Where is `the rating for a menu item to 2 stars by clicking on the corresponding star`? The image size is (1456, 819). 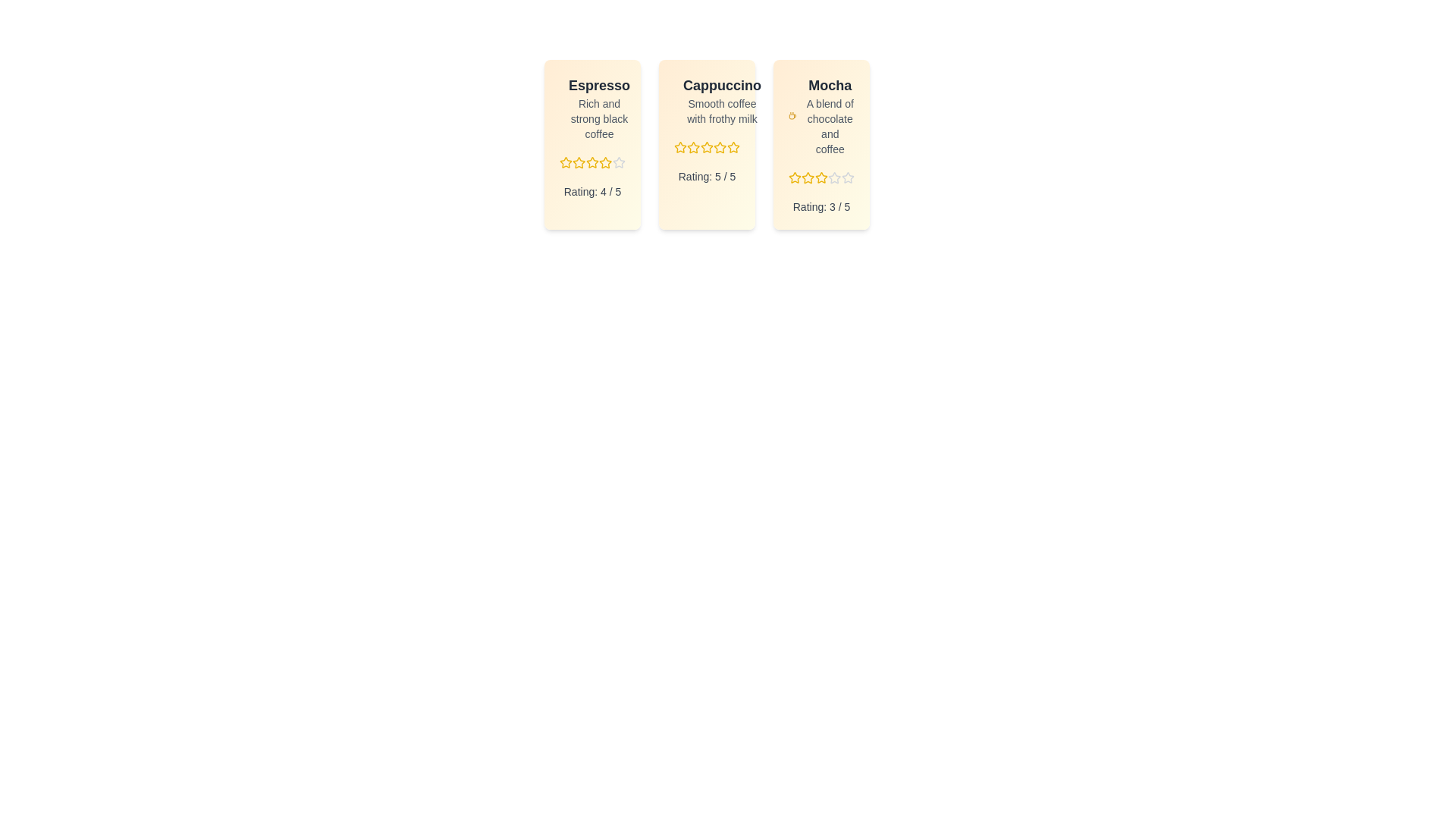 the rating for a menu item to 2 stars by clicking on the corresponding star is located at coordinates (579, 163).